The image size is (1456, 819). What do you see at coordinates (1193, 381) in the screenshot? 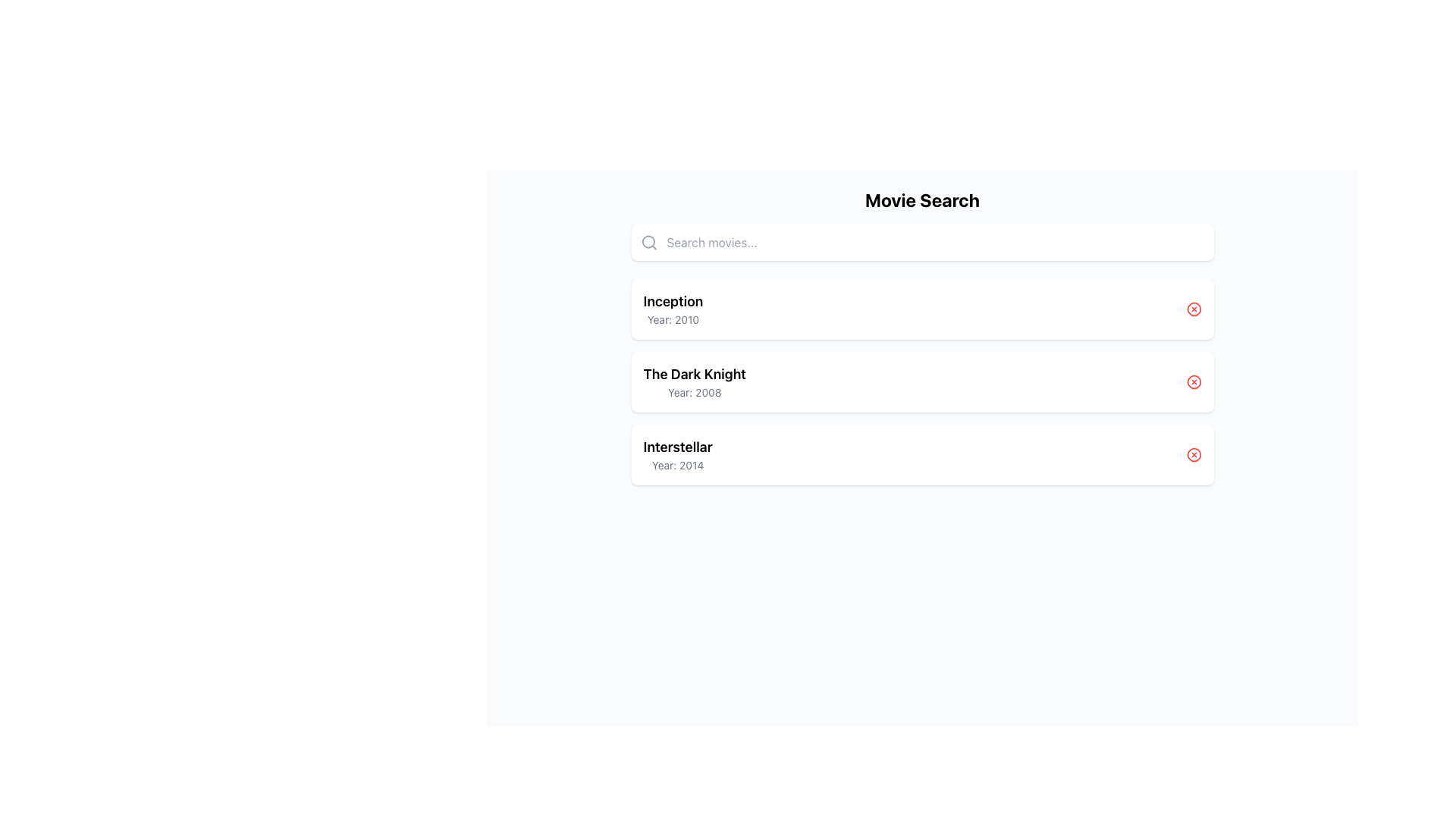
I see `the SVG Circle element that is part of the delete icon for the second movie entry, 'The Dark Knight, Year: 2008', positioned at the right end of the list entry` at bounding box center [1193, 381].